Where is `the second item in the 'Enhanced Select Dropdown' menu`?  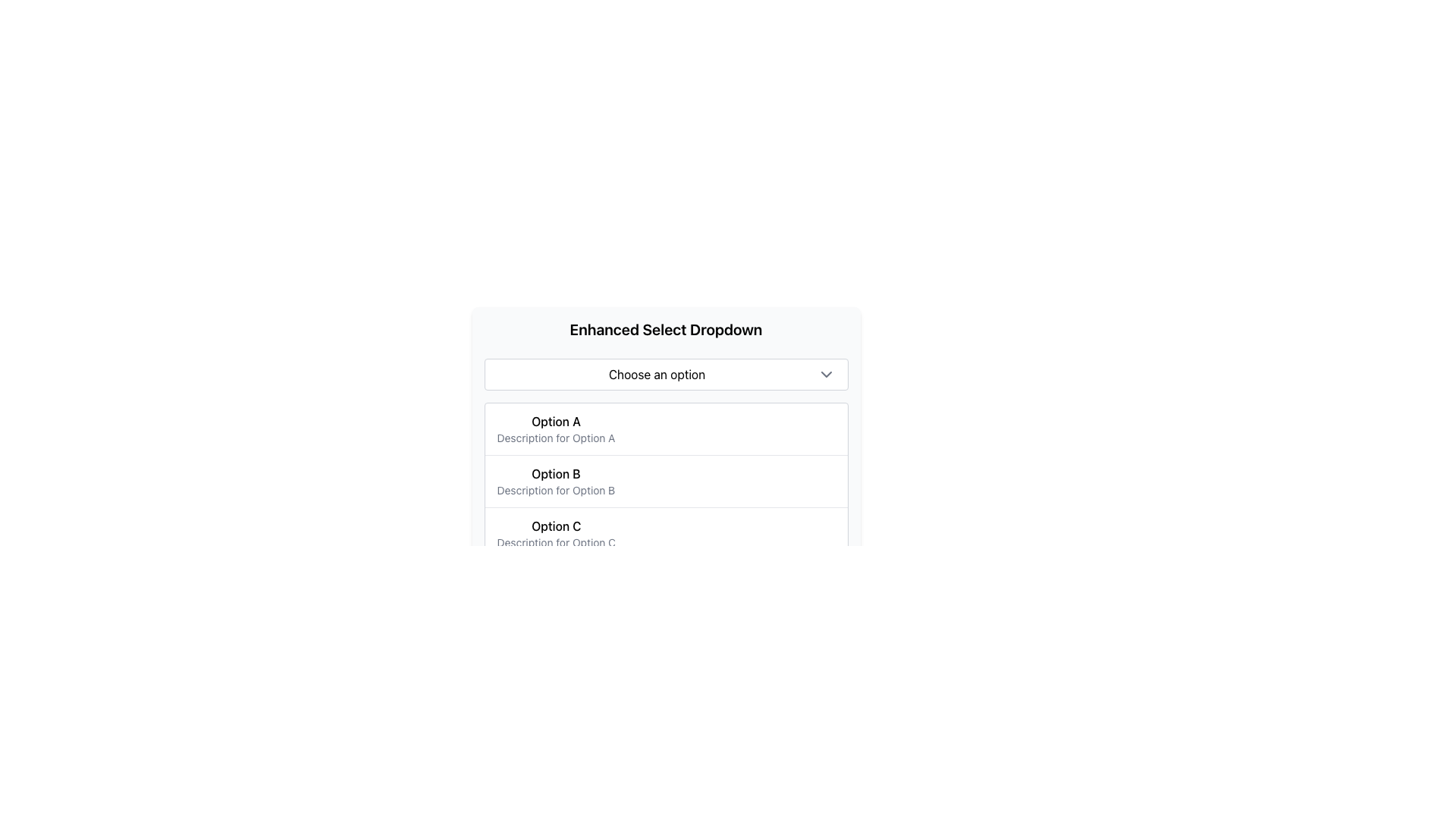 the second item in the 'Enhanced Select Dropdown' menu is located at coordinates (666, 470).